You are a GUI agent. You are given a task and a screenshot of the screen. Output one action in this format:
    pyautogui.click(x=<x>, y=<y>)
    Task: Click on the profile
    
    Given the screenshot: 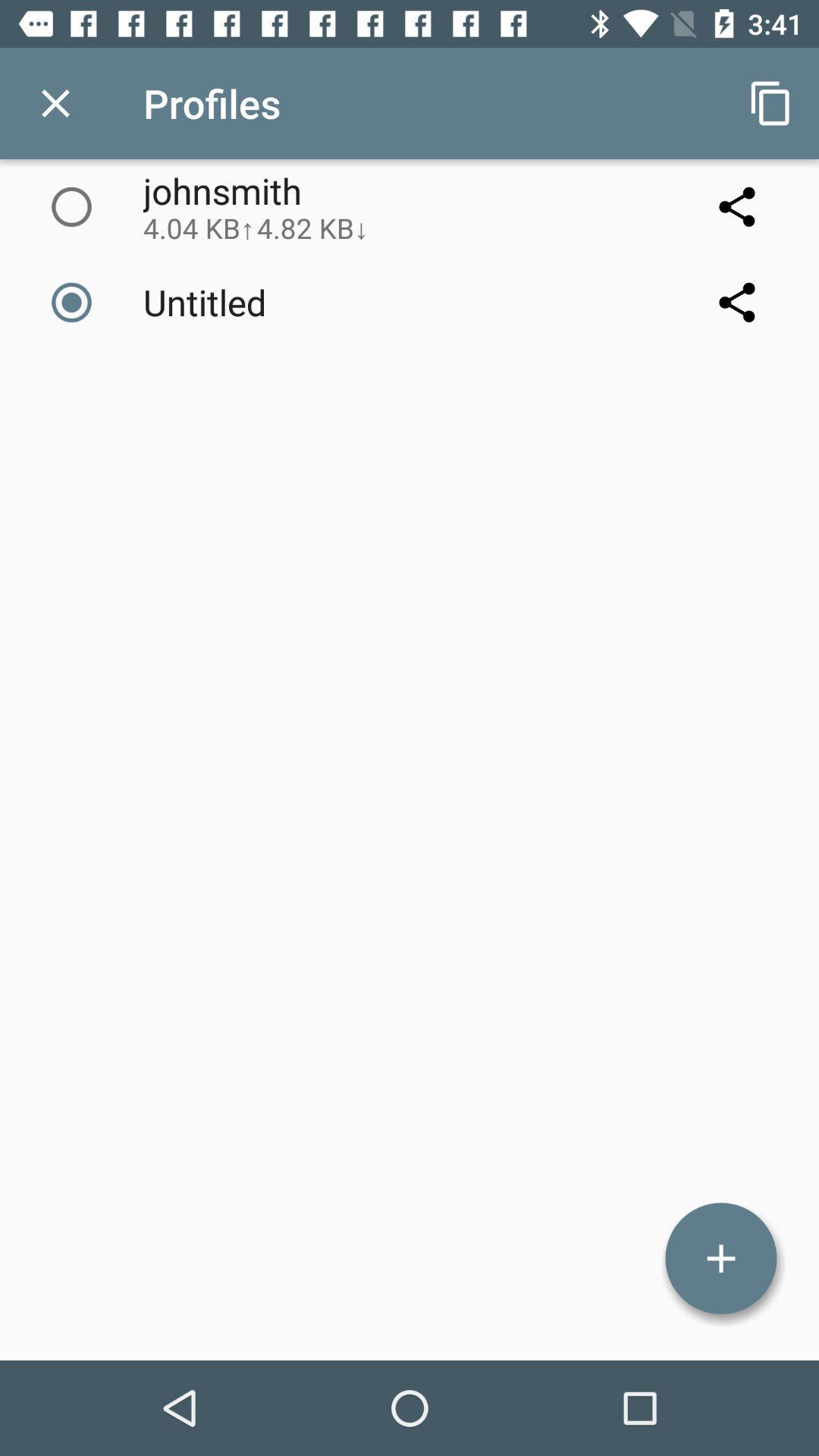 What is the action you would take?
    pyautogui.click(x=720, y=1258)
    